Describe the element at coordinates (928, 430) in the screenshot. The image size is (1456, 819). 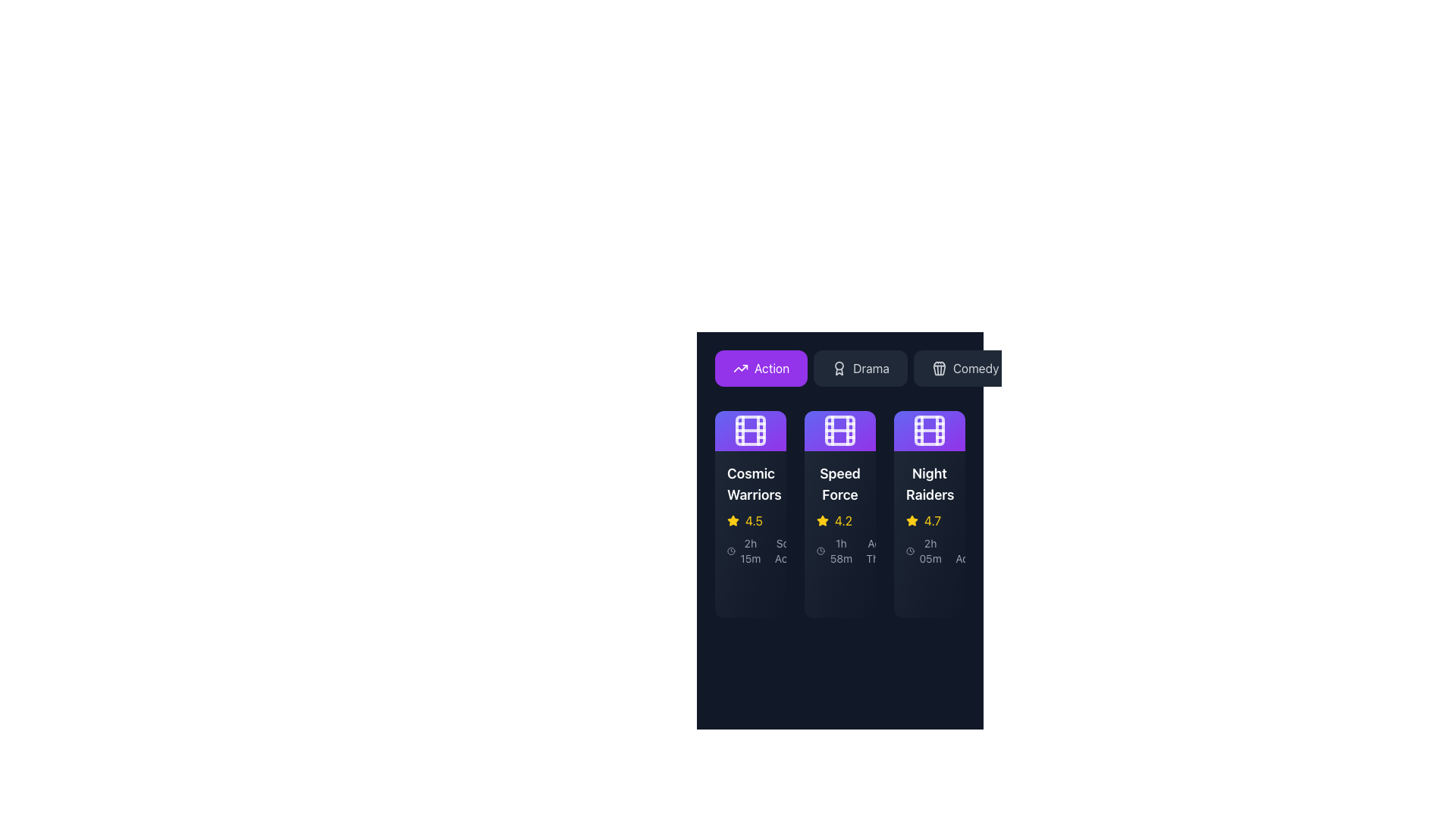
I see `the Decorative SVG rectangle within the purple icon at the top of the 'Night Raiders' card, which is the third card in a row of three cards` at that location.